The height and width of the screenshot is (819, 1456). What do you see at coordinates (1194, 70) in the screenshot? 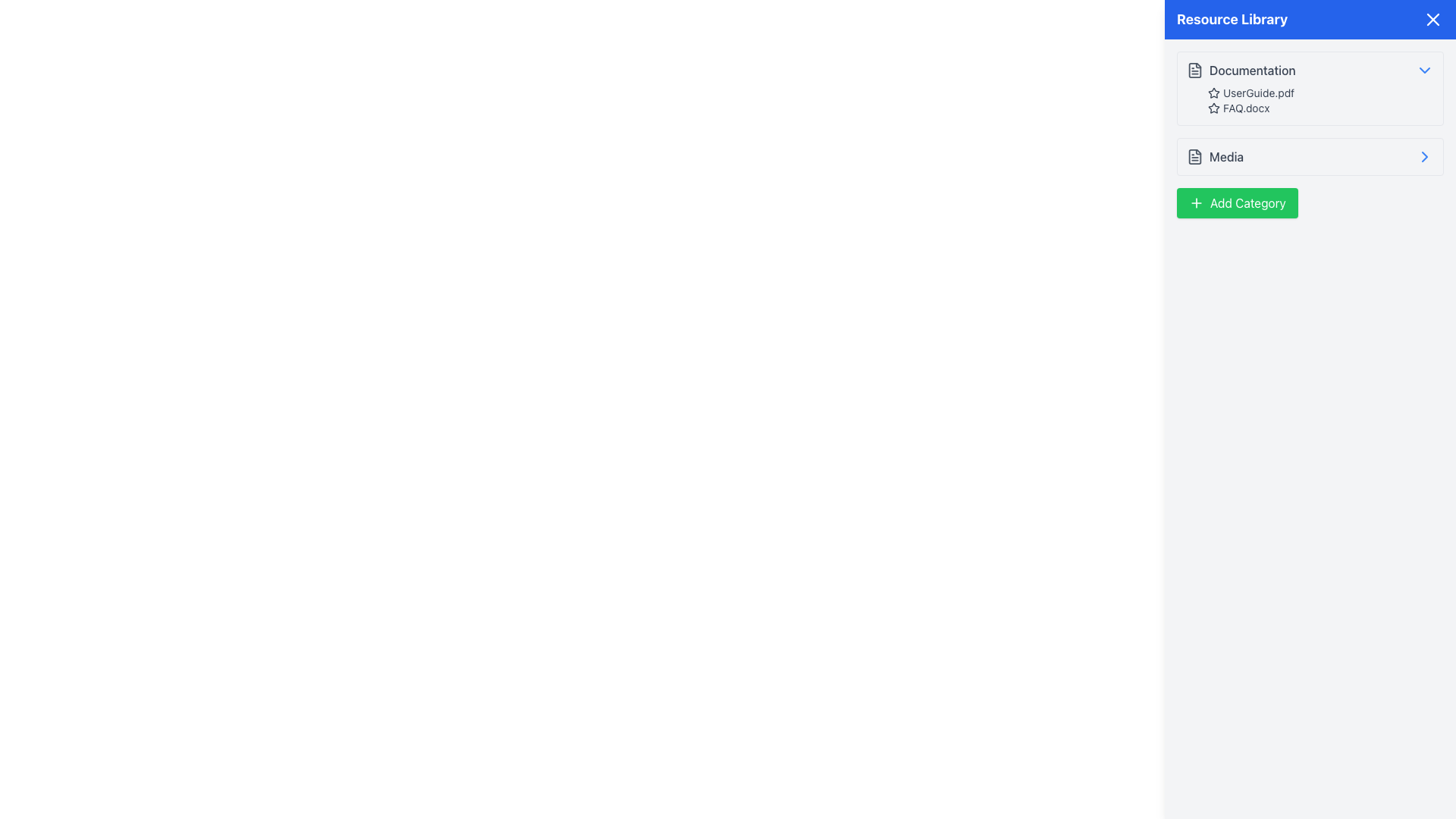
I see `the document icon located at the top of the 'Documentation' section in the Resource Library interface, which features a folded corner and text lines` at bounding box center [1194, 70].